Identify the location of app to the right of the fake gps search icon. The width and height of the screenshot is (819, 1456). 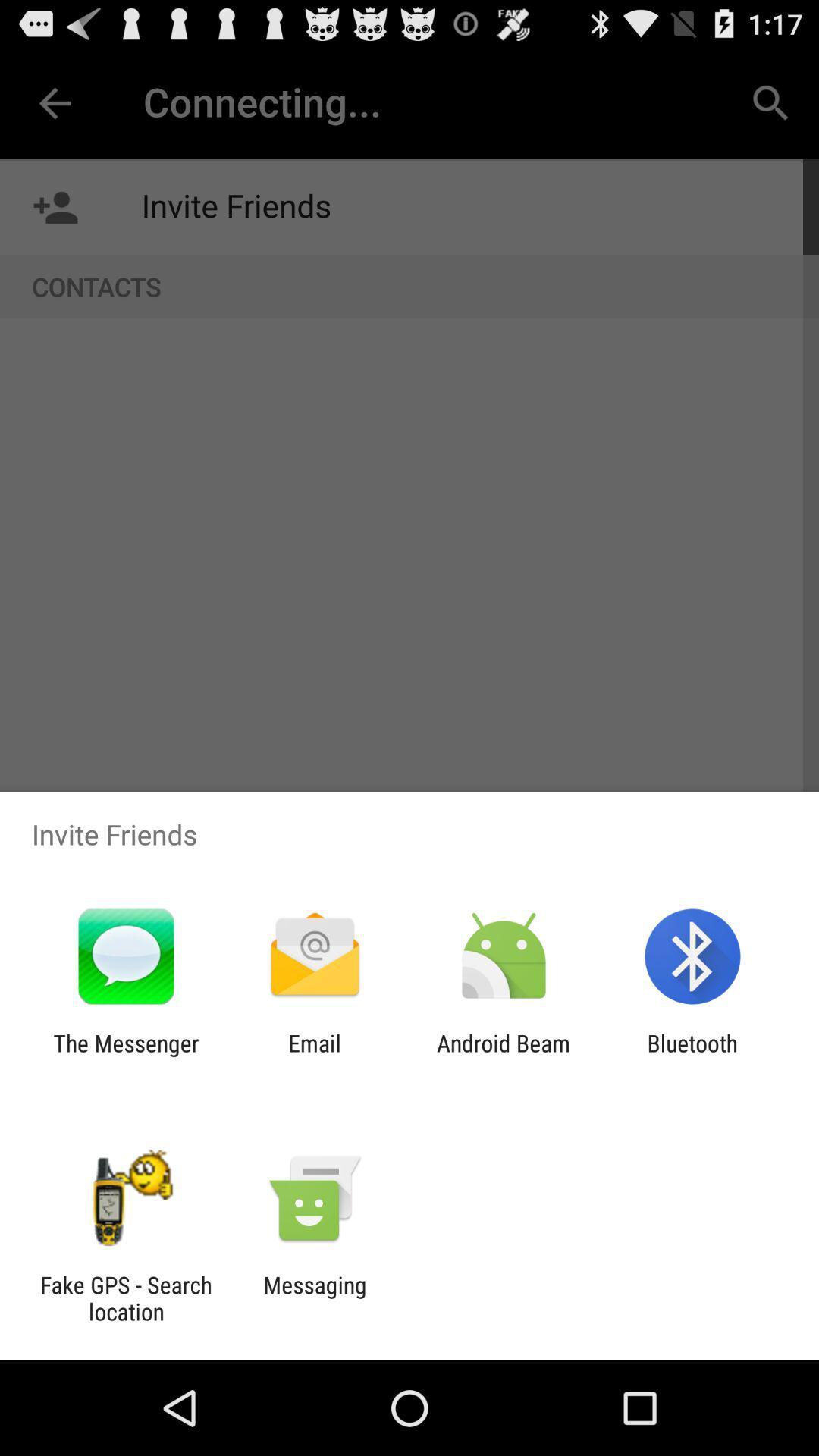
(314, 1298).